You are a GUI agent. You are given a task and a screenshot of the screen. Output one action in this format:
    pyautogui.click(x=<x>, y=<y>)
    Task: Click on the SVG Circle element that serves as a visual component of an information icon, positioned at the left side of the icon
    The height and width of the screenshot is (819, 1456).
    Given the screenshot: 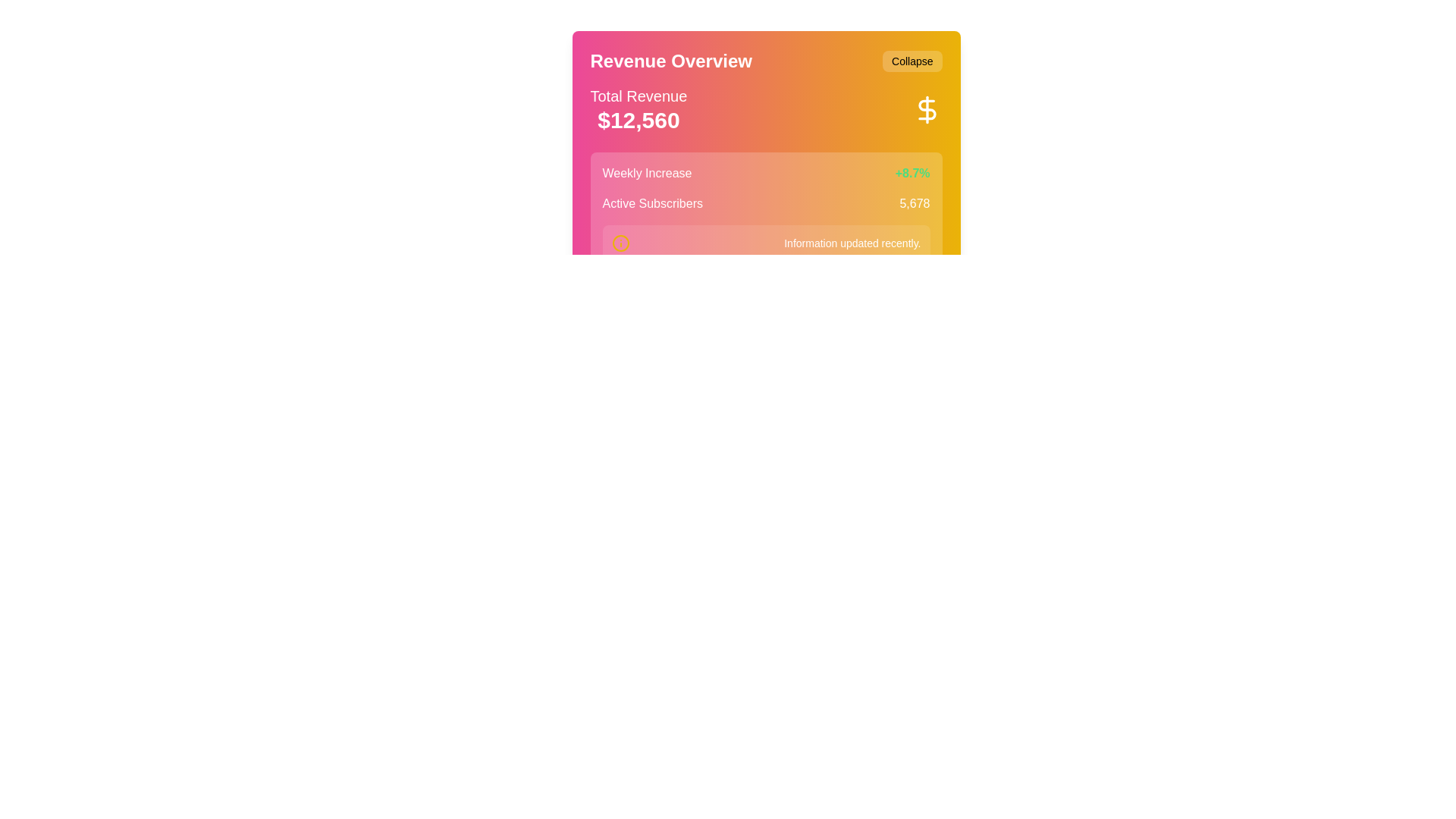 What is the action you would take?
    pyautogui.click(x=620, y=242)
    